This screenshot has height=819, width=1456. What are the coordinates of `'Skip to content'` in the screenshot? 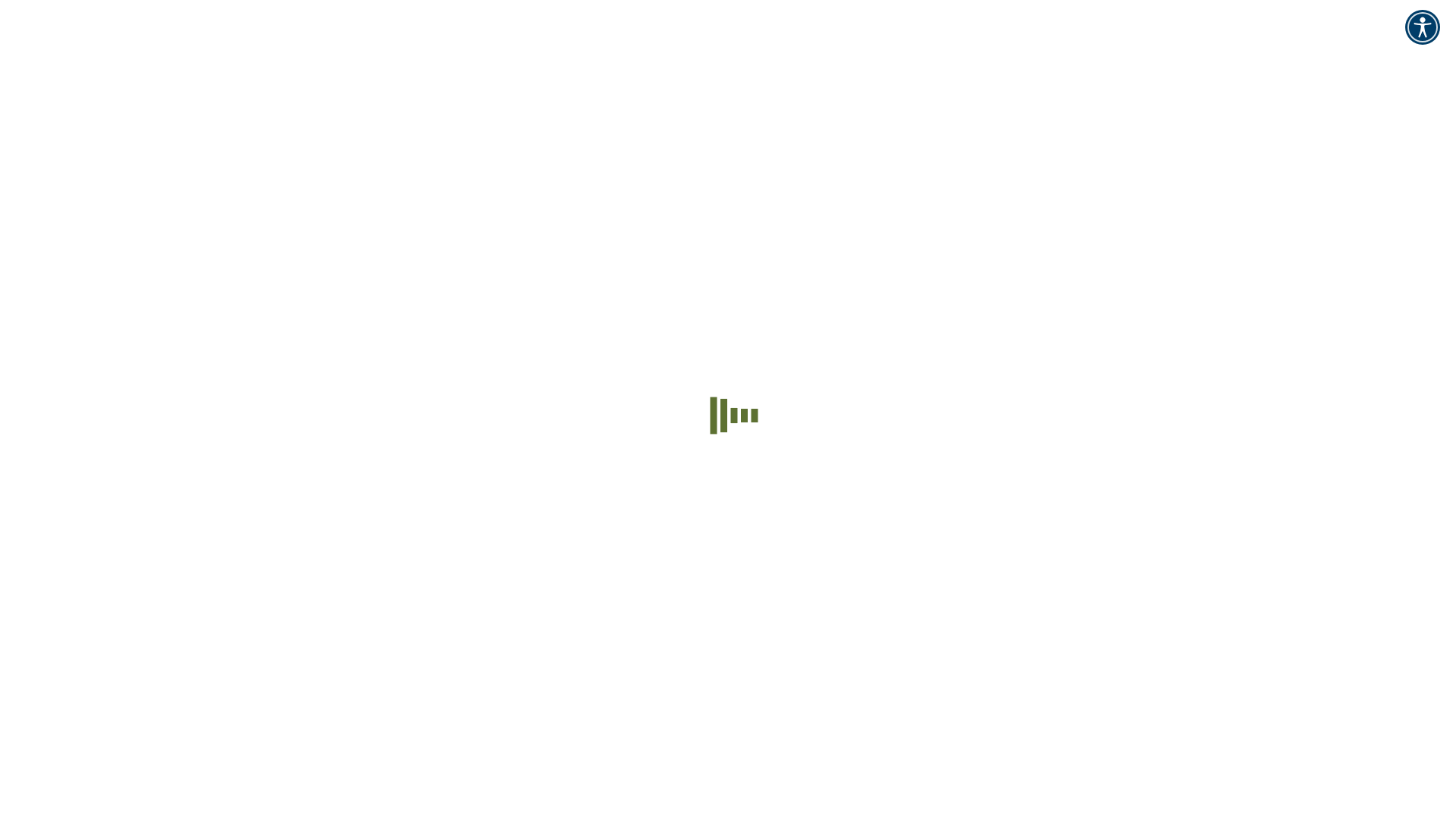 It's located at (6, 12).